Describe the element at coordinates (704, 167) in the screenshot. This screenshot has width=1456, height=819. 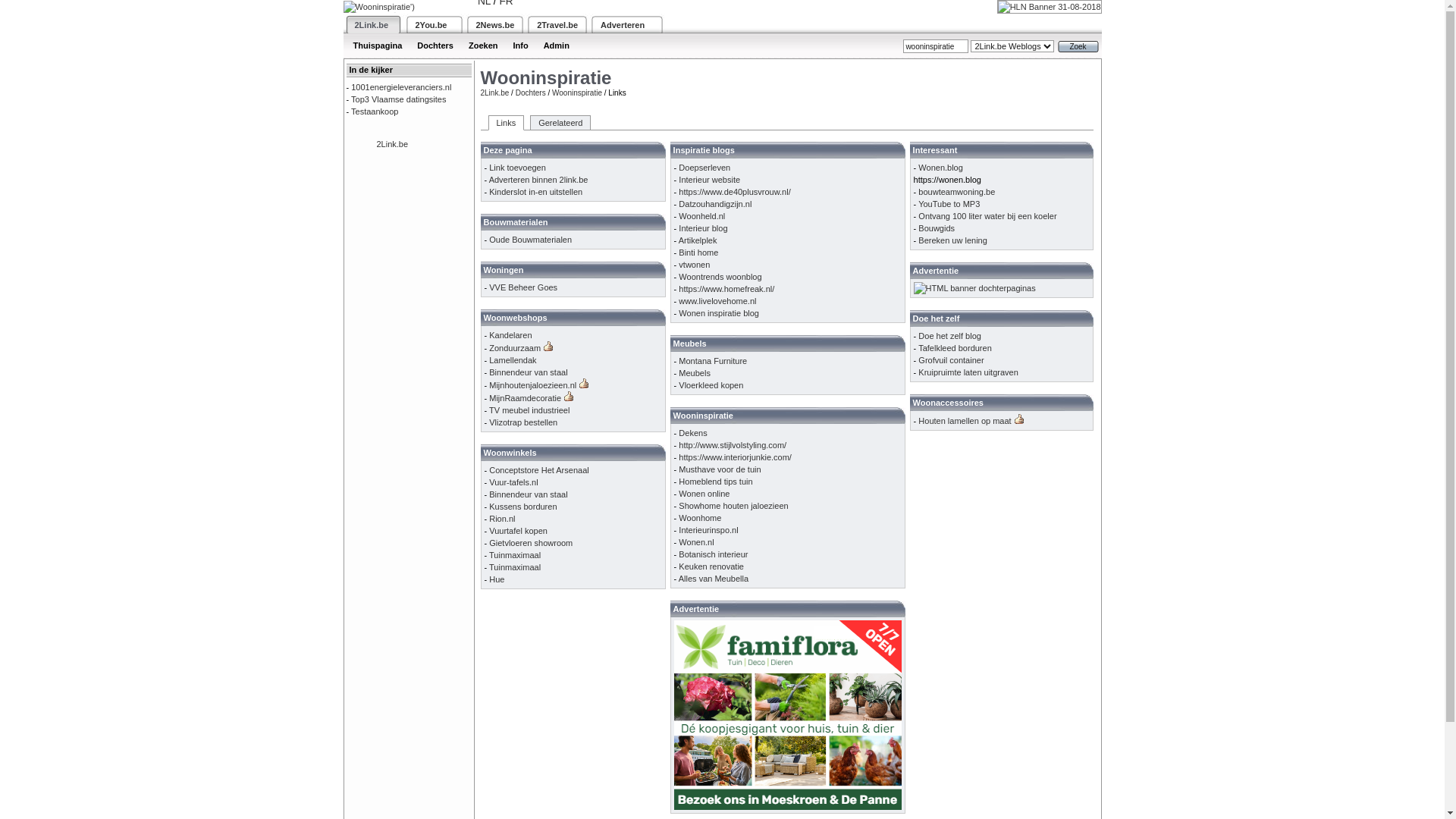
I see `'Doepserleven'` at that location.